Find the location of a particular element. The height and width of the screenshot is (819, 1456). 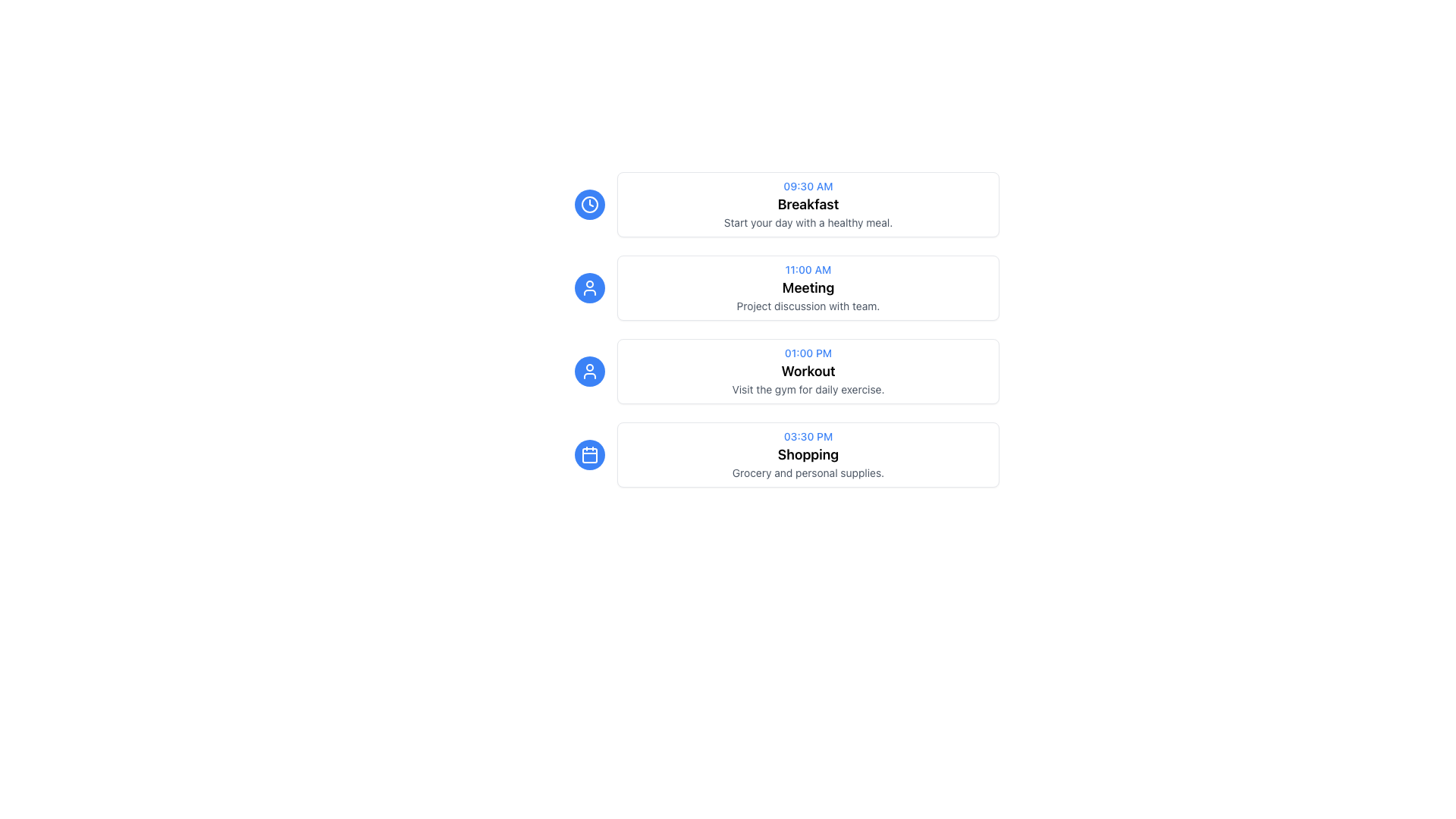

the bolded text label saying 'Workout', which is centered within a bordered panel and positioned between a time label and a description text is located at coordinates (807, 371).